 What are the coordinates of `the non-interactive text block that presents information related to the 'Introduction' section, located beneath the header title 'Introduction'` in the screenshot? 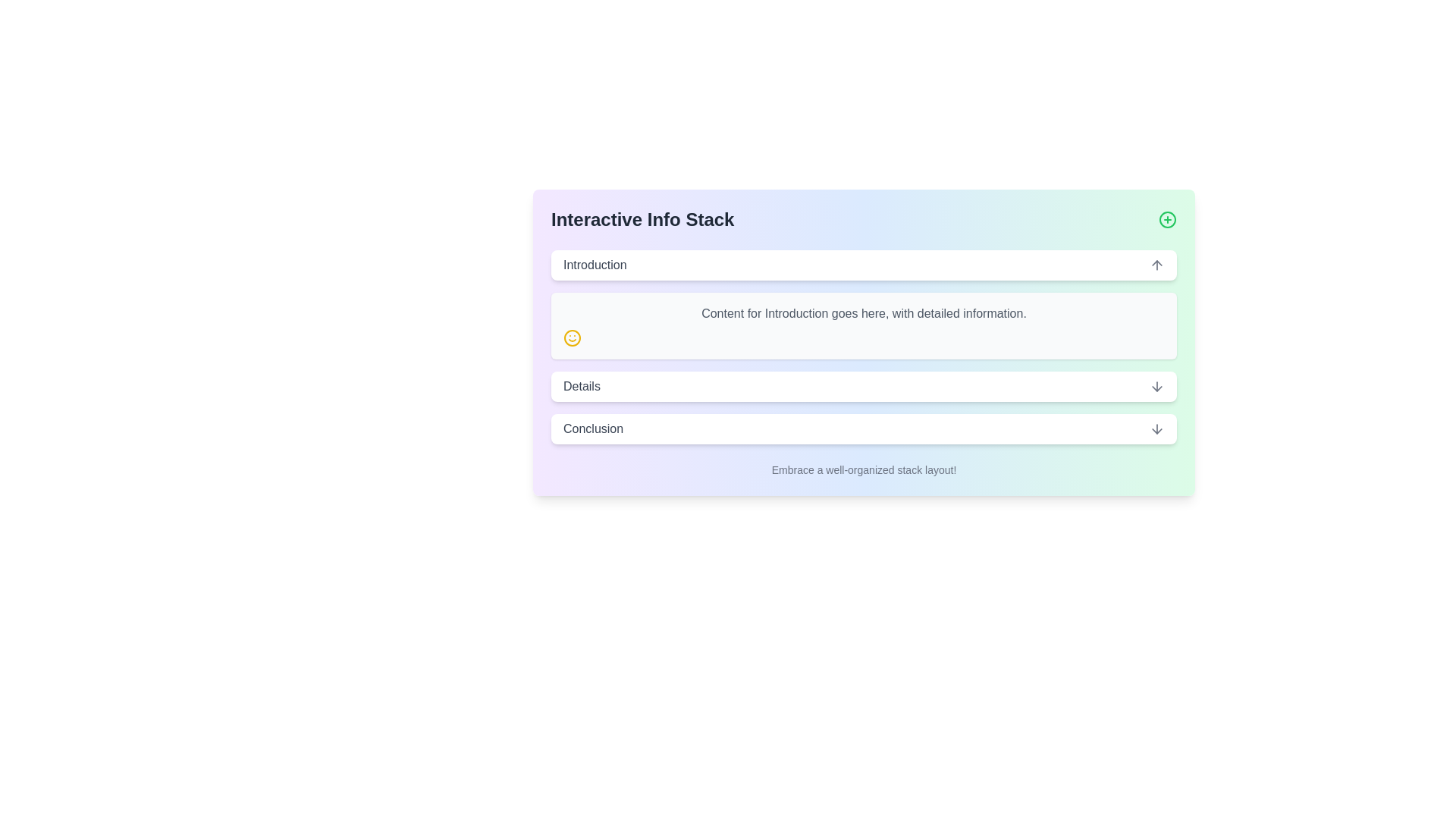 It's located at (864, 304).